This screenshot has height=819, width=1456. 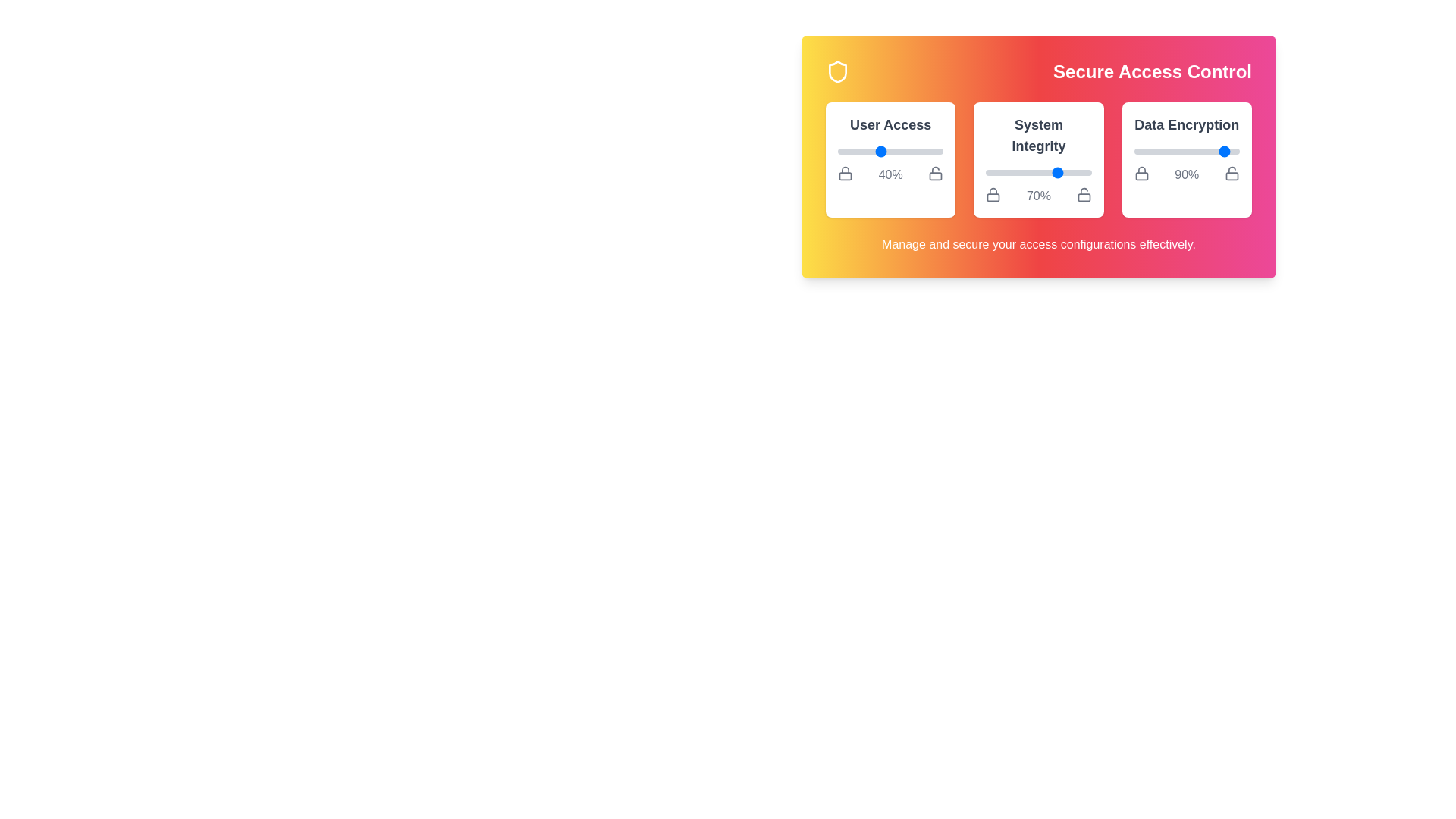 What do you see at coordinates (890, 152) in the screenshot?
I see `the slider for 'User Access' to observe its hover effect` at bounding box center [890, 152].